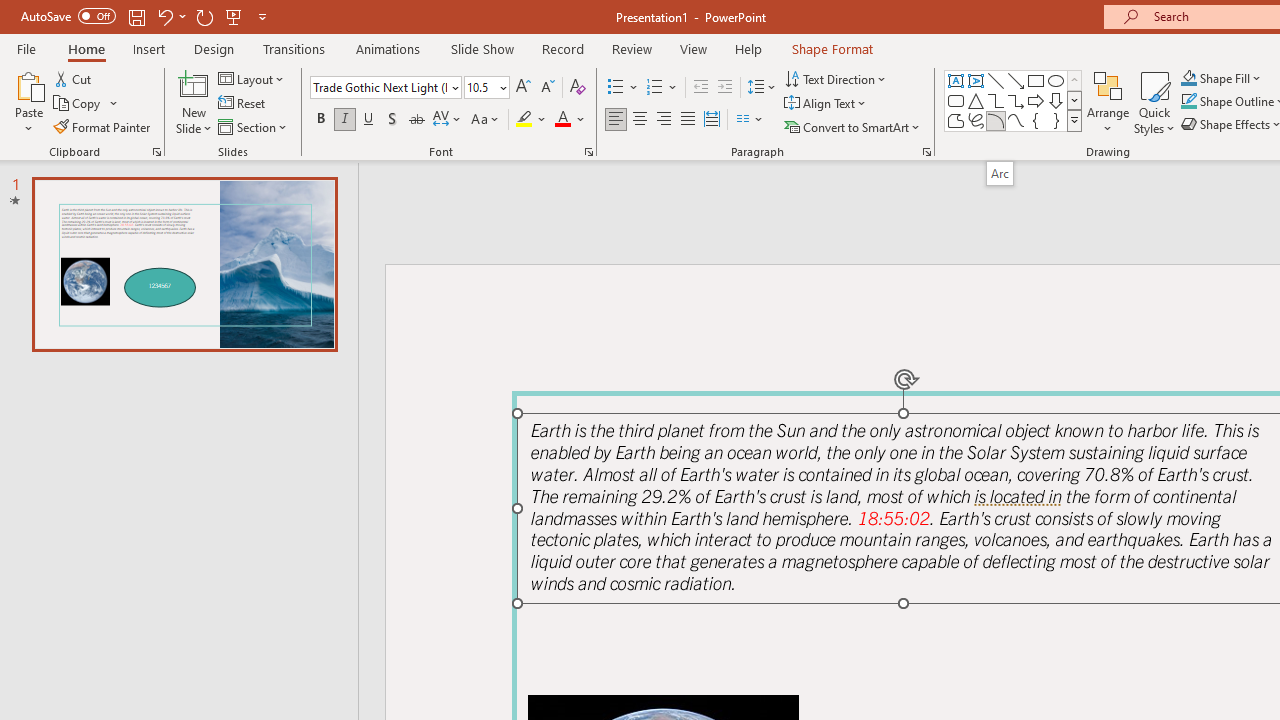 The width and height of the screenshot is (1280, 720). I want to click on 'Shape Outline Teal, Accent 1', so click(1189, 101).